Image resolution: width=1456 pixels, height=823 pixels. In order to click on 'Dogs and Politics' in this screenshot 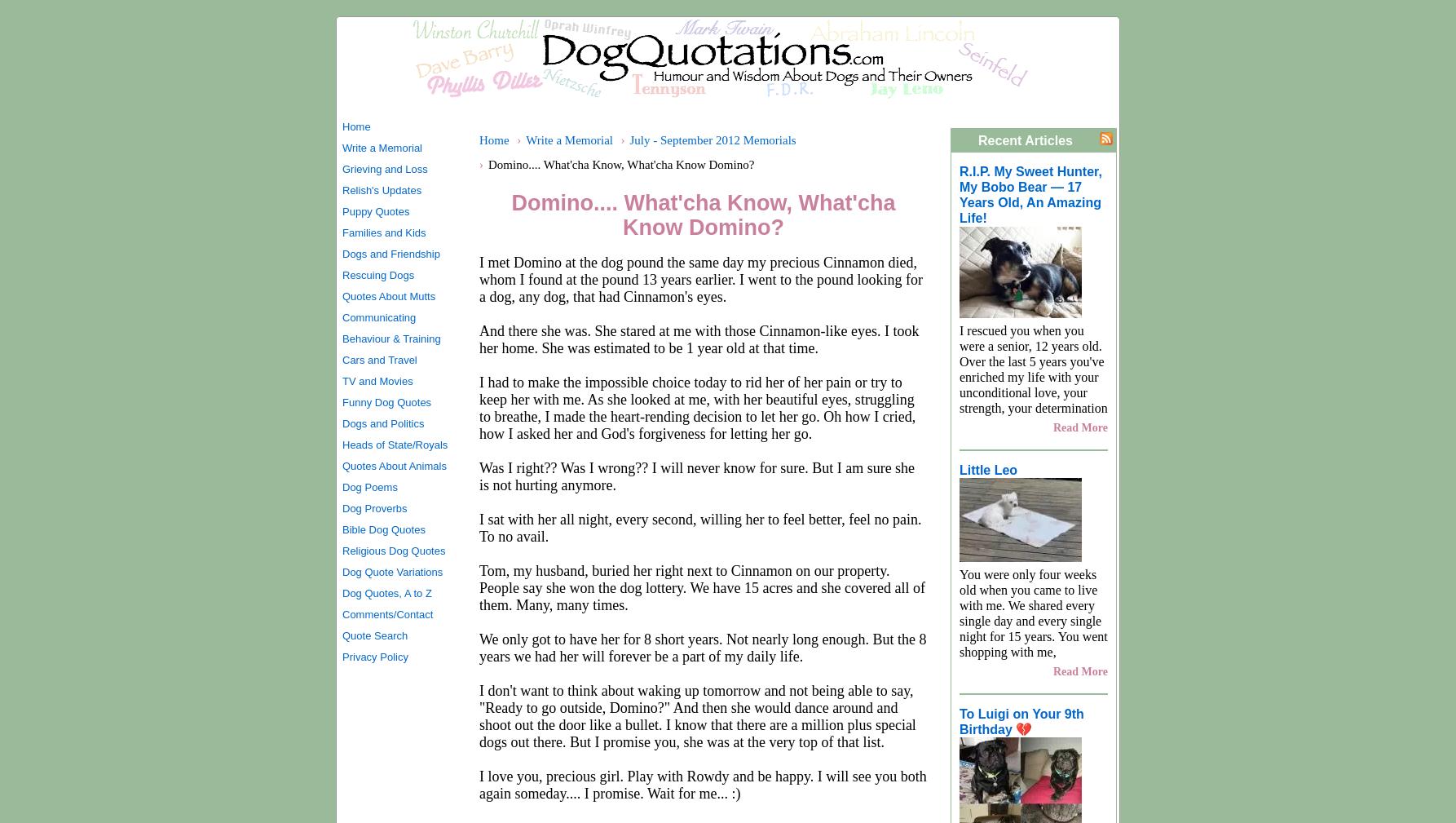, I will do `click(382, 423)`.